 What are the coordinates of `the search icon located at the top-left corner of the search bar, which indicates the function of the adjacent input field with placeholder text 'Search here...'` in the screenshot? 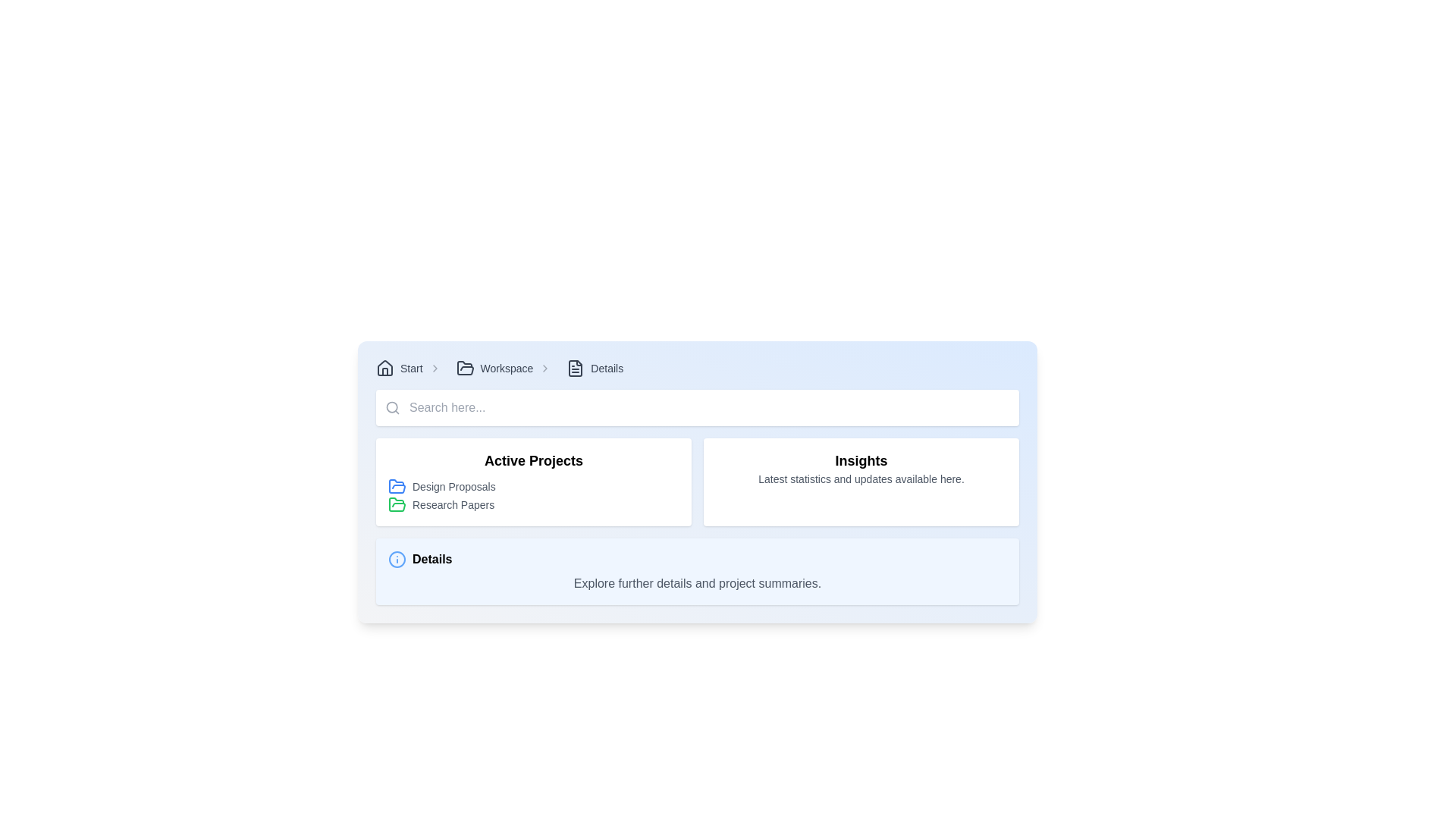 It's located at (393, 406).